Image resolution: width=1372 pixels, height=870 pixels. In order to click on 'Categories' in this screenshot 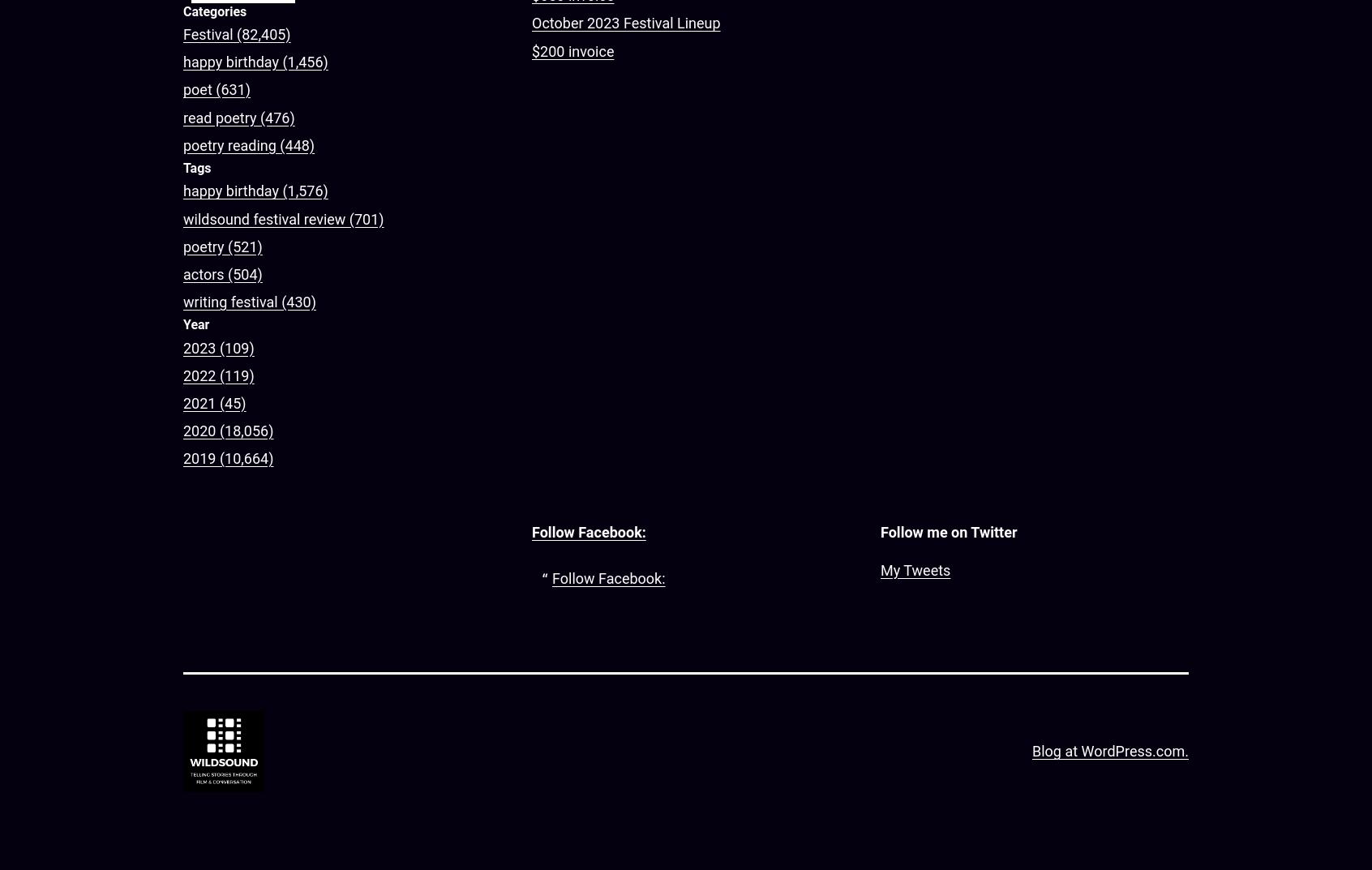, I will do `click(214, 10)`.